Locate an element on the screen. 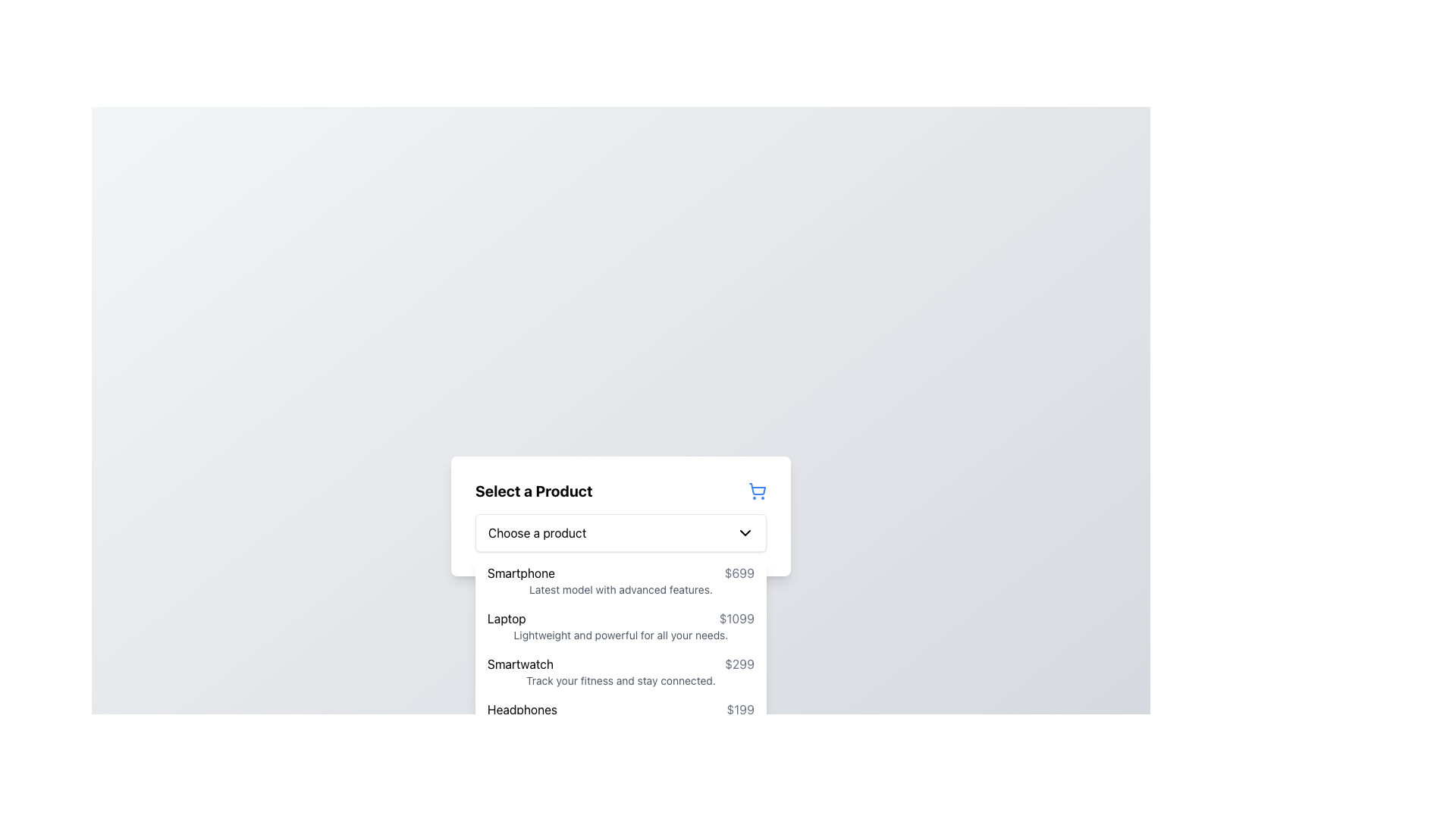 The image size is (1456, 819). the descriptive text label reading 'Track your fitness and stay connected.' which is located directly beneath the 'Smartwatch' product title and price in the dropdown-style product selection menu is located at coordinates (621, 680).